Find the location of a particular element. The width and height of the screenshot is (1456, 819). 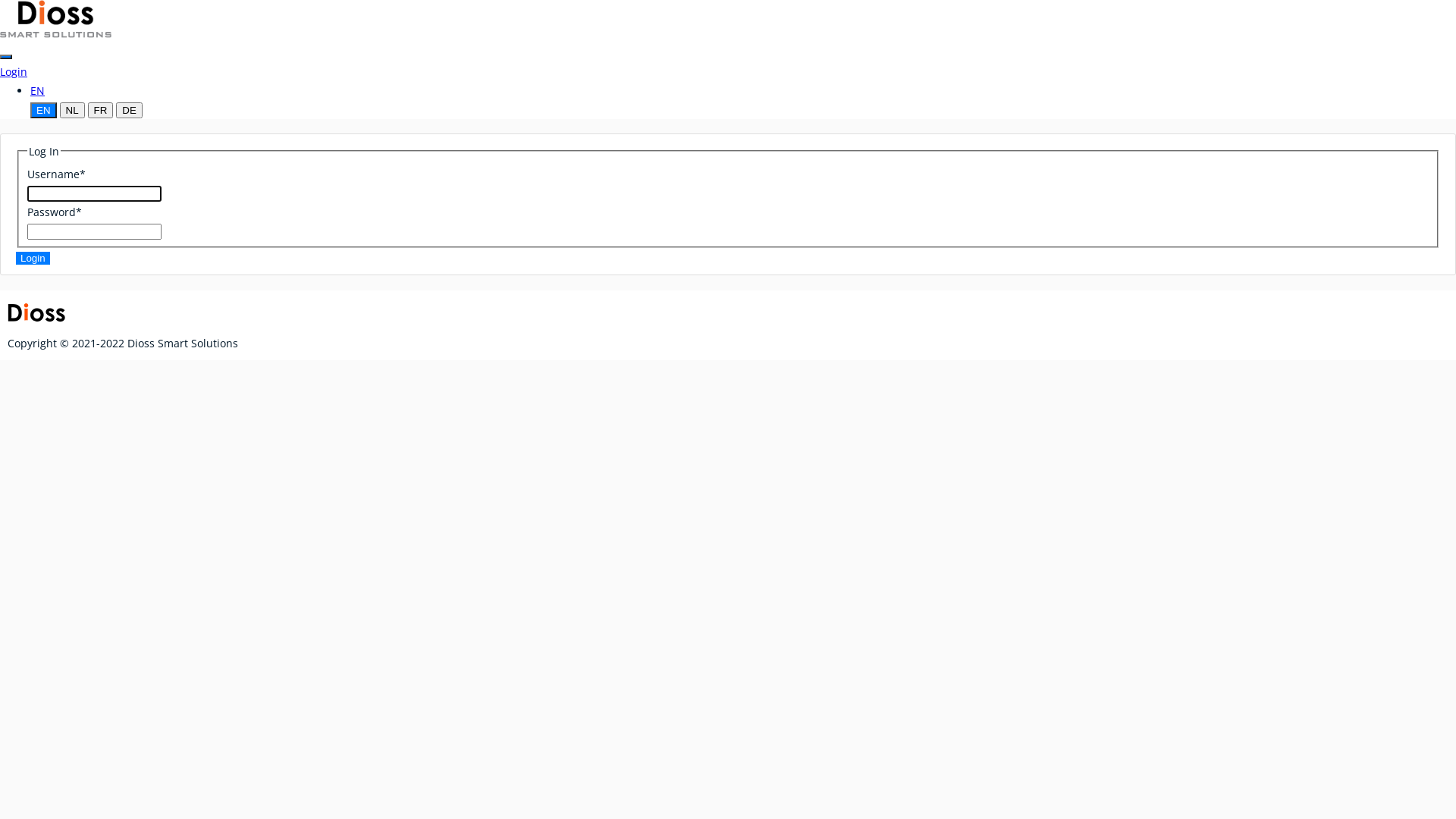

'License server version 1.0.1.1' is located at coordinates (55, 18).